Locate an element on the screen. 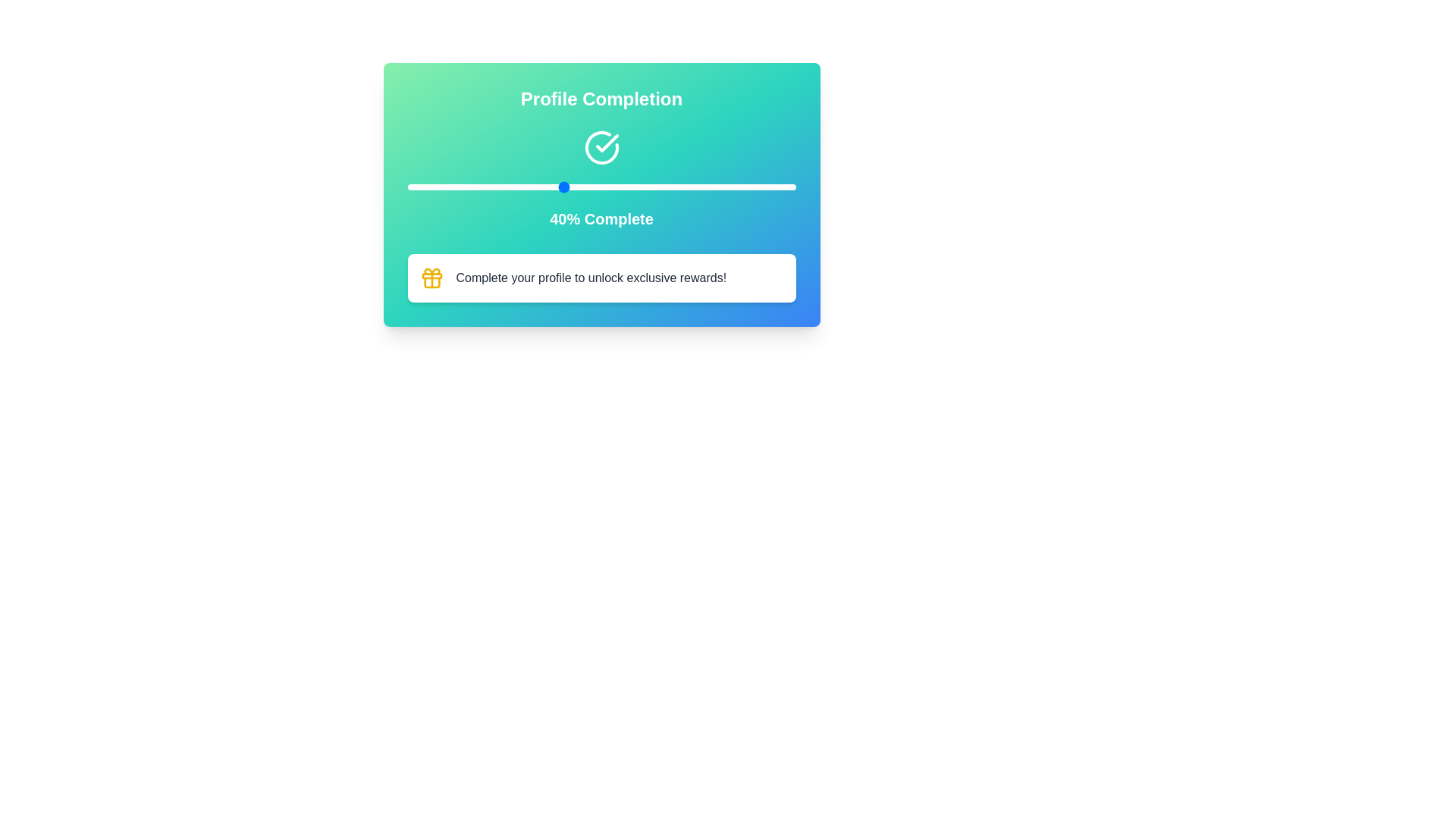 This screenshot has height=819, width=1456. the slider to set the completion percentage to 77 is located at coordinates (705, 186).